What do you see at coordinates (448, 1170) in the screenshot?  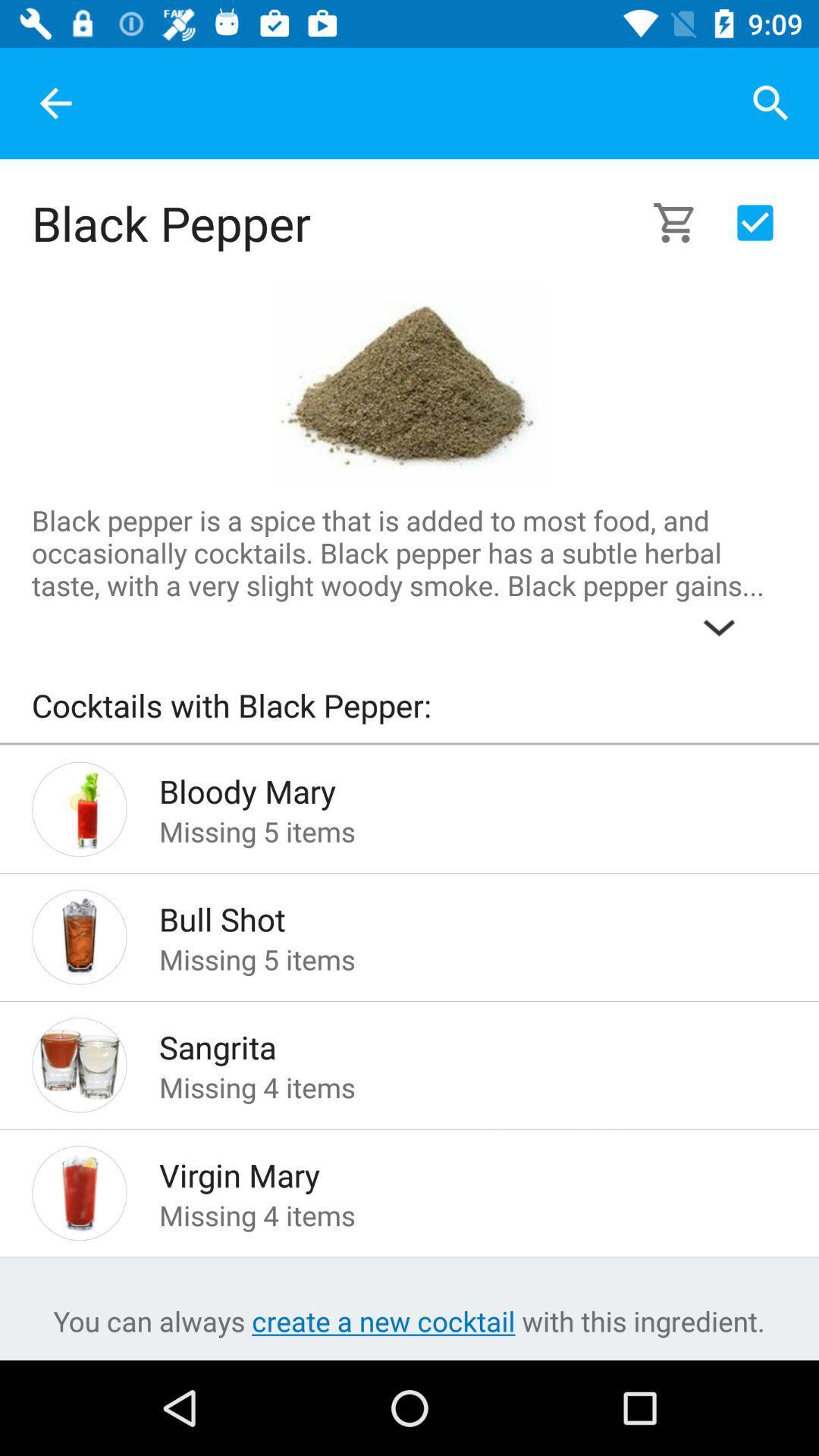 I see `the icon above missing 4 items icon` at bounding box center [448, 1170].